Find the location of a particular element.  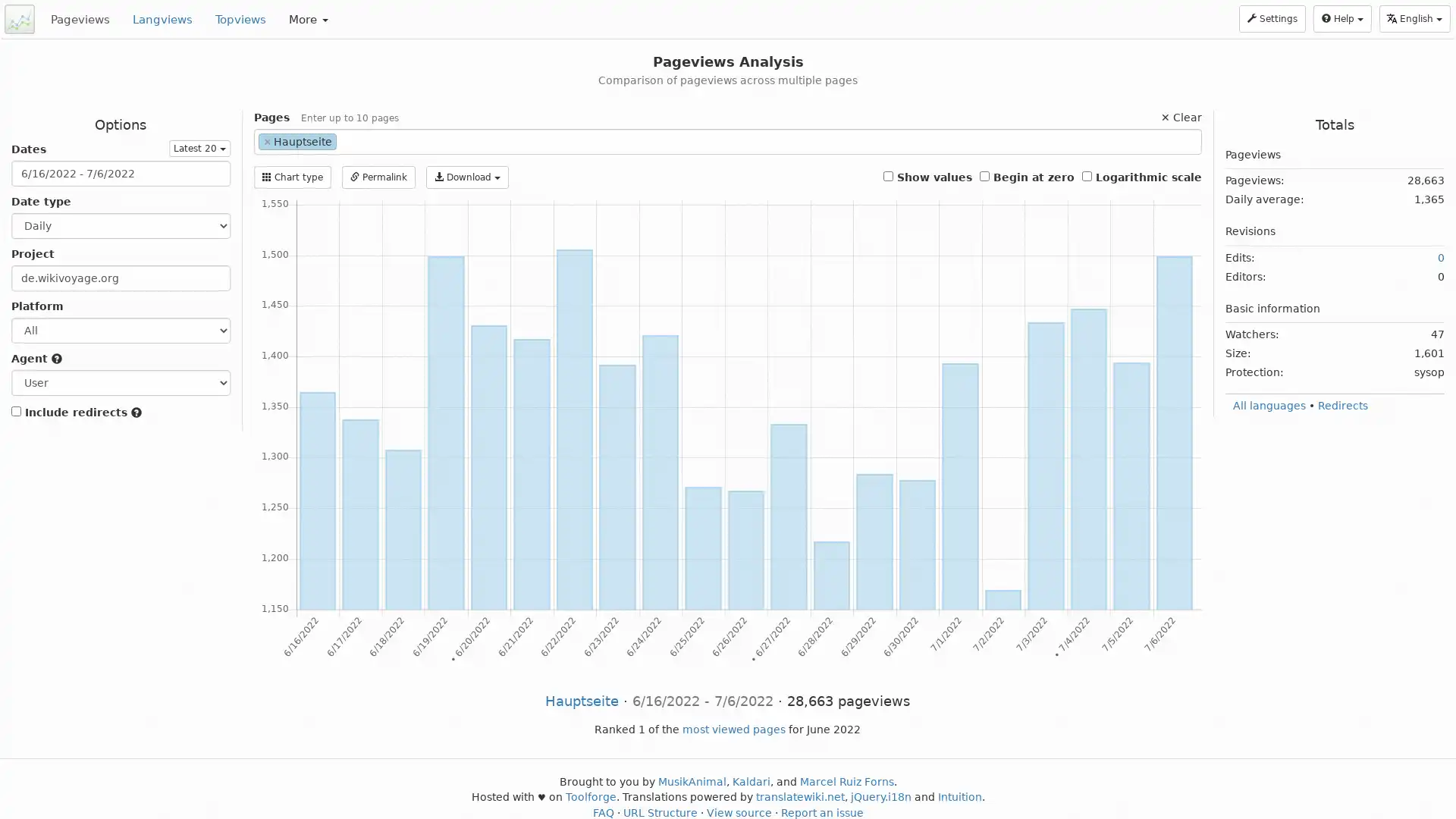

Chart type is located at coordinates (291, 177).